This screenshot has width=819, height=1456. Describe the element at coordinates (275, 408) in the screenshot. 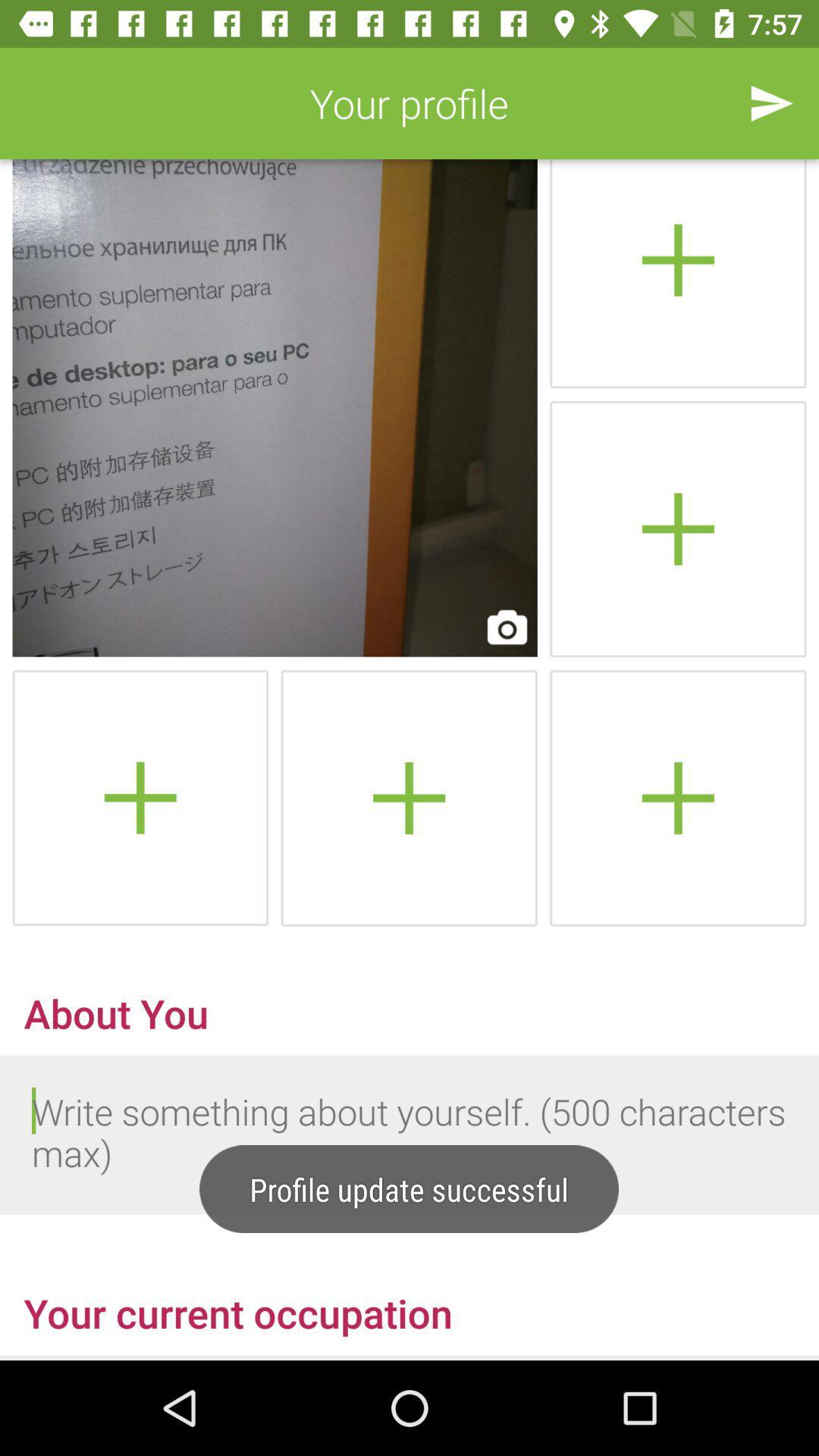

I see `enlarge picture` at that location.